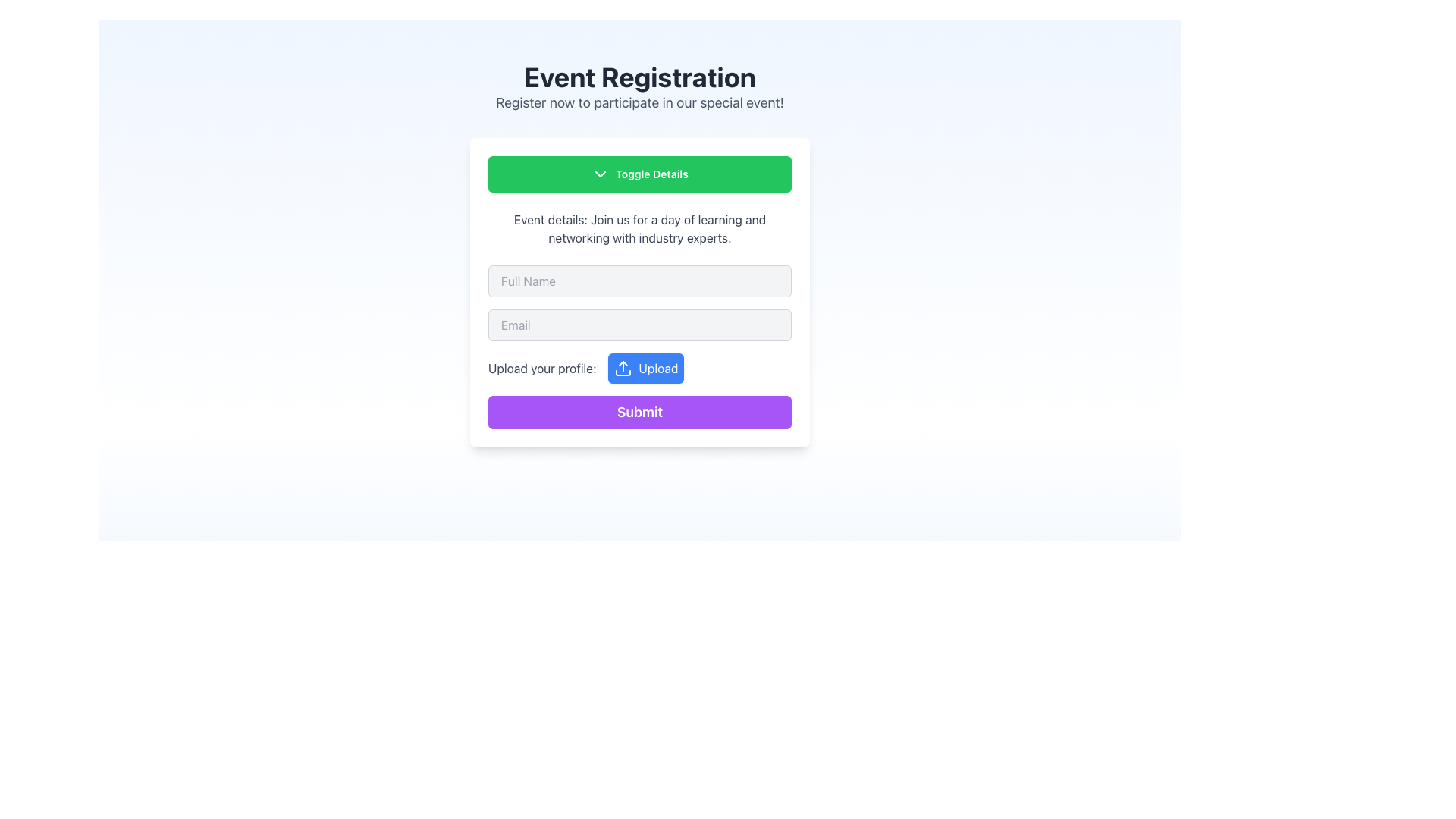 The image size is (1456, 819). What do you see at coordinates (640, 412) in the screenshot?
I see `the 'Submit' button, which is a rectangular button with a purple background and bold white text, located at the bottom of the form` at bounding box center [640, 412].